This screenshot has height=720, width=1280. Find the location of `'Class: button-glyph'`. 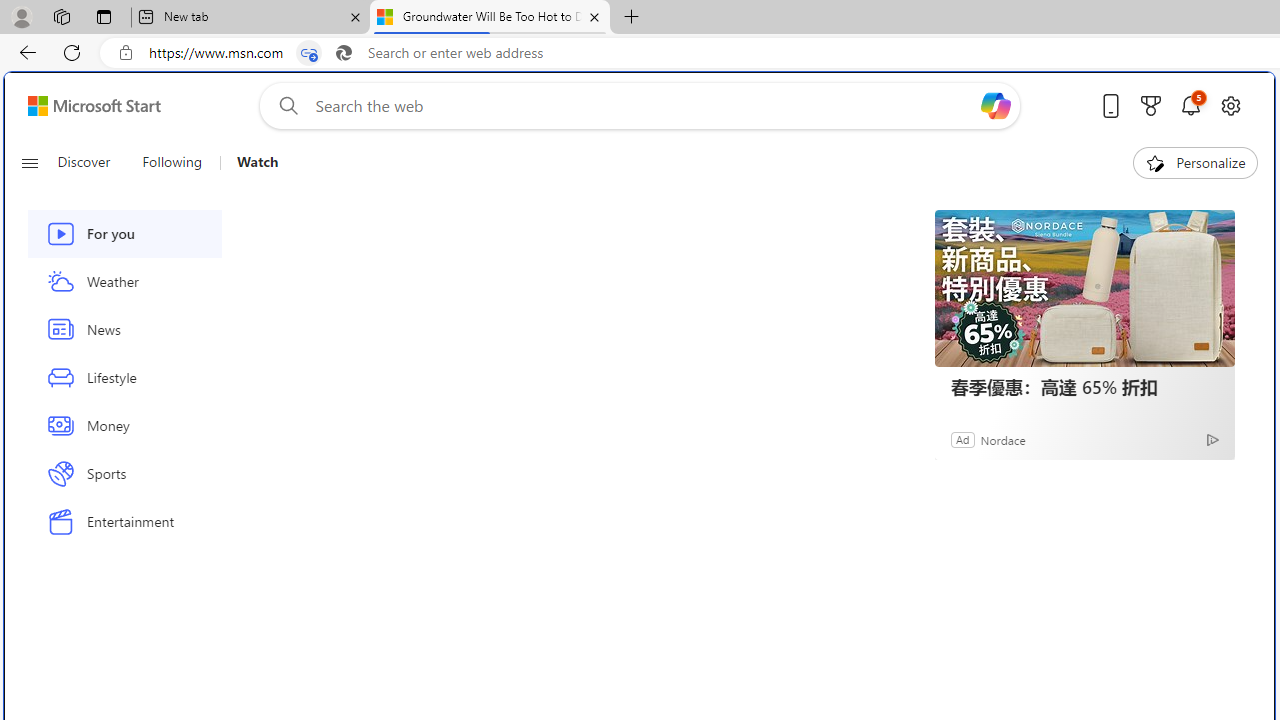

'Class: button-glyph' is located at coordinates (29, 162).